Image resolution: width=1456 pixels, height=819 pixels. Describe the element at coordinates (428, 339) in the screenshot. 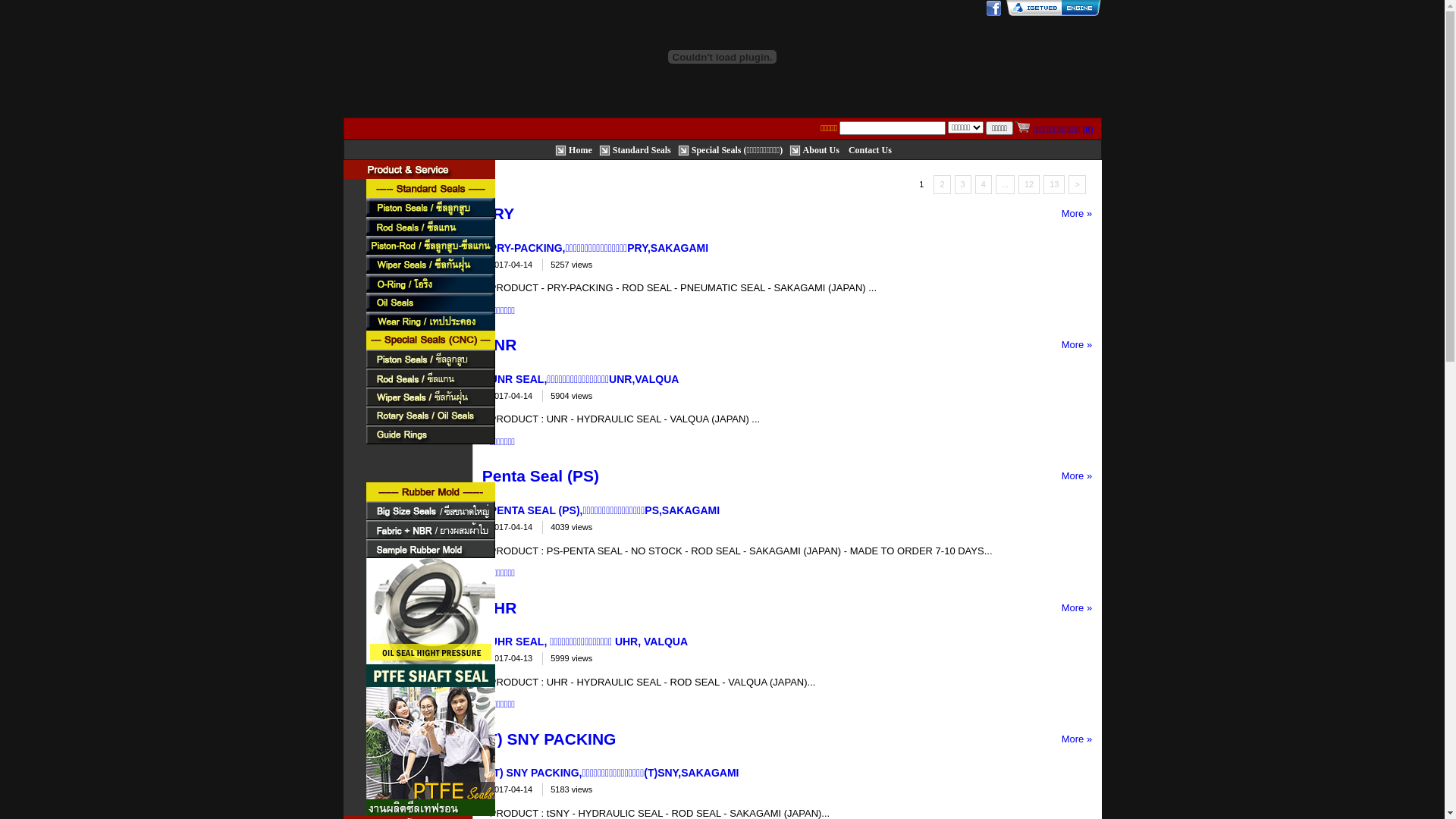

I see `'Special Seals (CNC)'` at that location.